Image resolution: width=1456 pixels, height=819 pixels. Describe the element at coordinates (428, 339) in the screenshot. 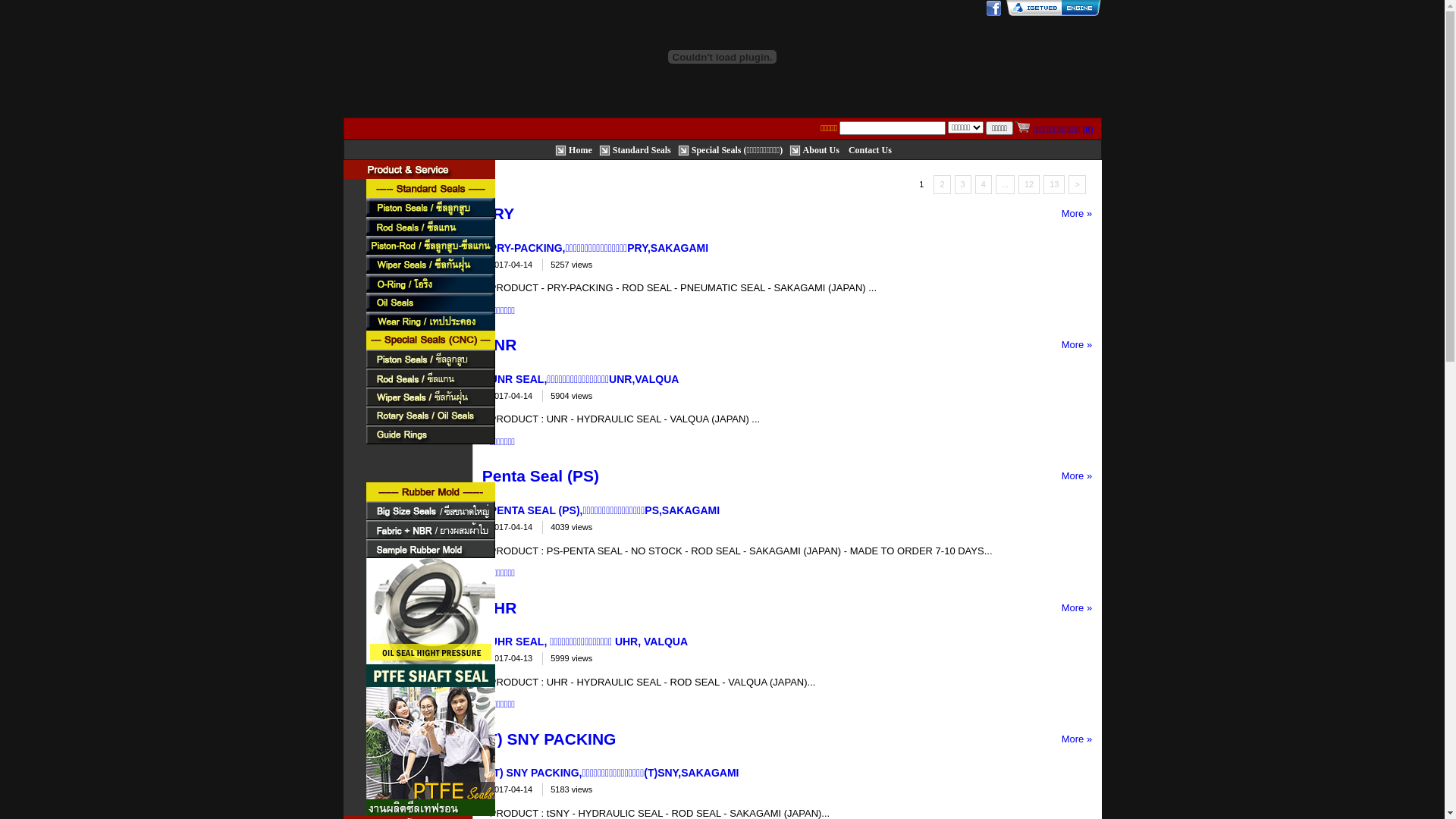

I see `'Special Seals (CNC)'` at that location.